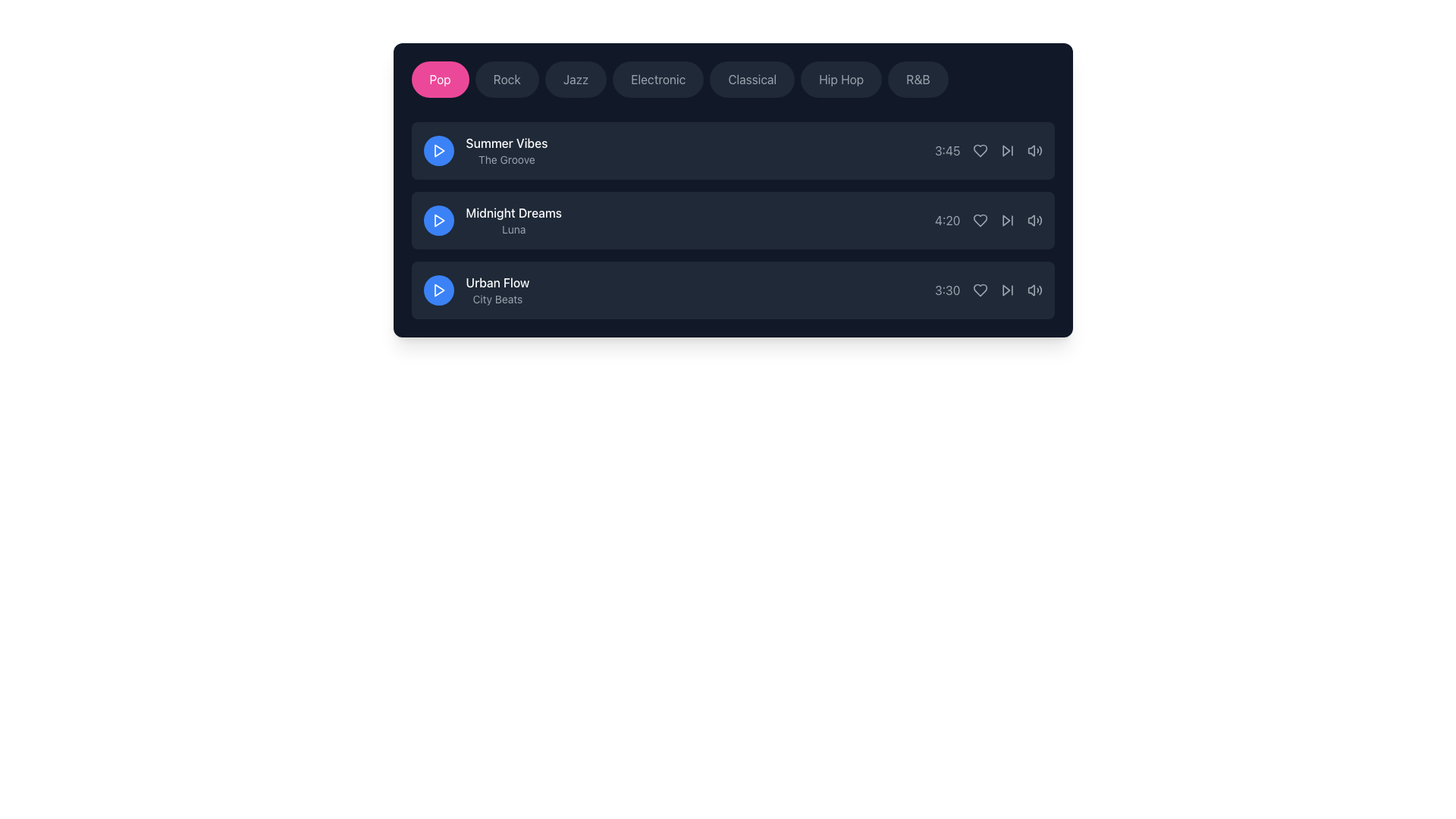 The image size is (1456, 819). Describe the element at coordinates (492, 220) in the screenshot. I see `the content of the textual informational block featuring the headline 'Midnight Dreams' and subtitle 'Luna', located in the second row of the list` at that location.